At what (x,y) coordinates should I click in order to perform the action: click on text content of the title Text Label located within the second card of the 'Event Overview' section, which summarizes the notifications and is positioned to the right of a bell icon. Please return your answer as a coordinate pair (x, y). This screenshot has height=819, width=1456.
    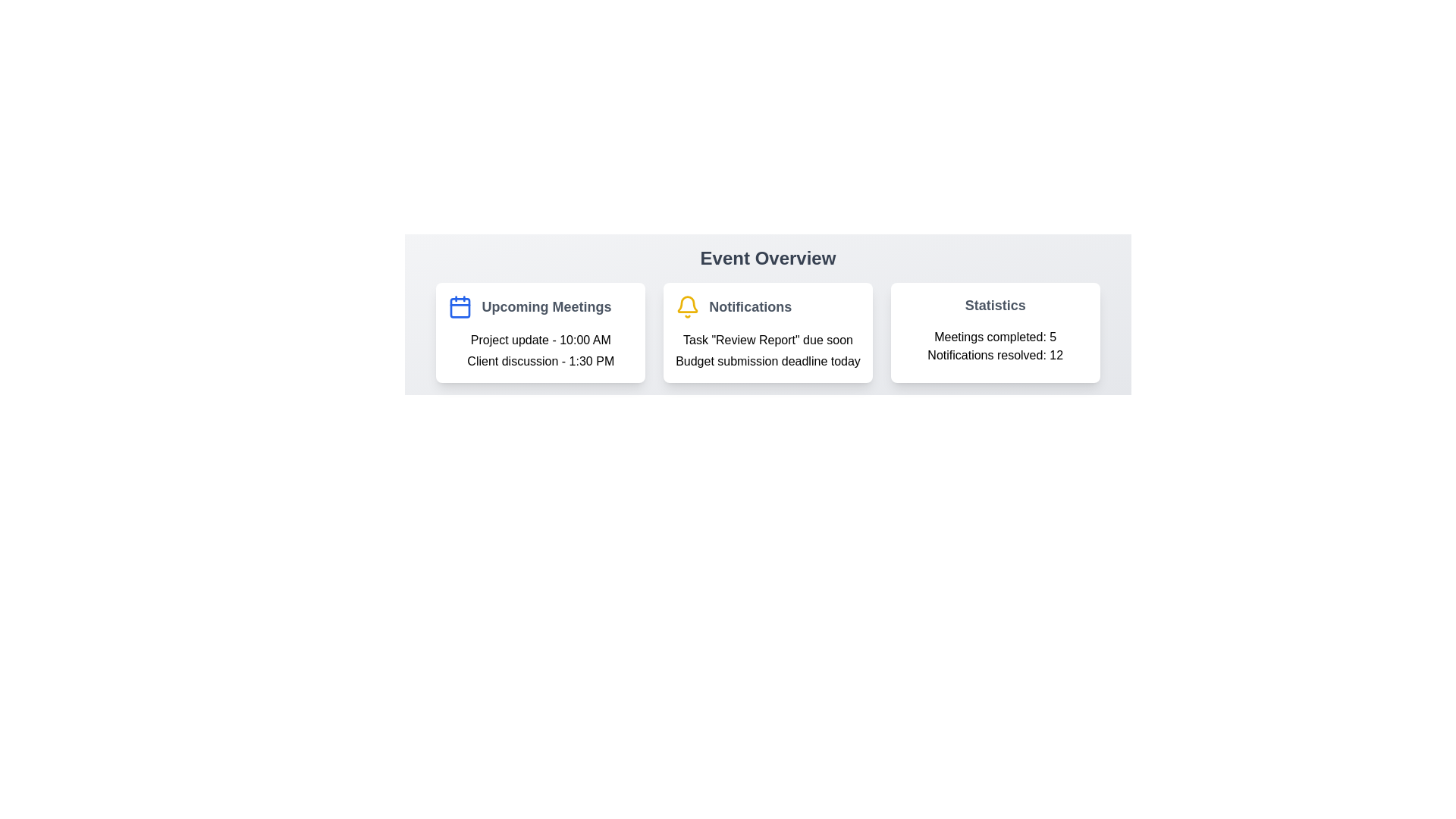
    Looking at the image, I should click on (750, 307).